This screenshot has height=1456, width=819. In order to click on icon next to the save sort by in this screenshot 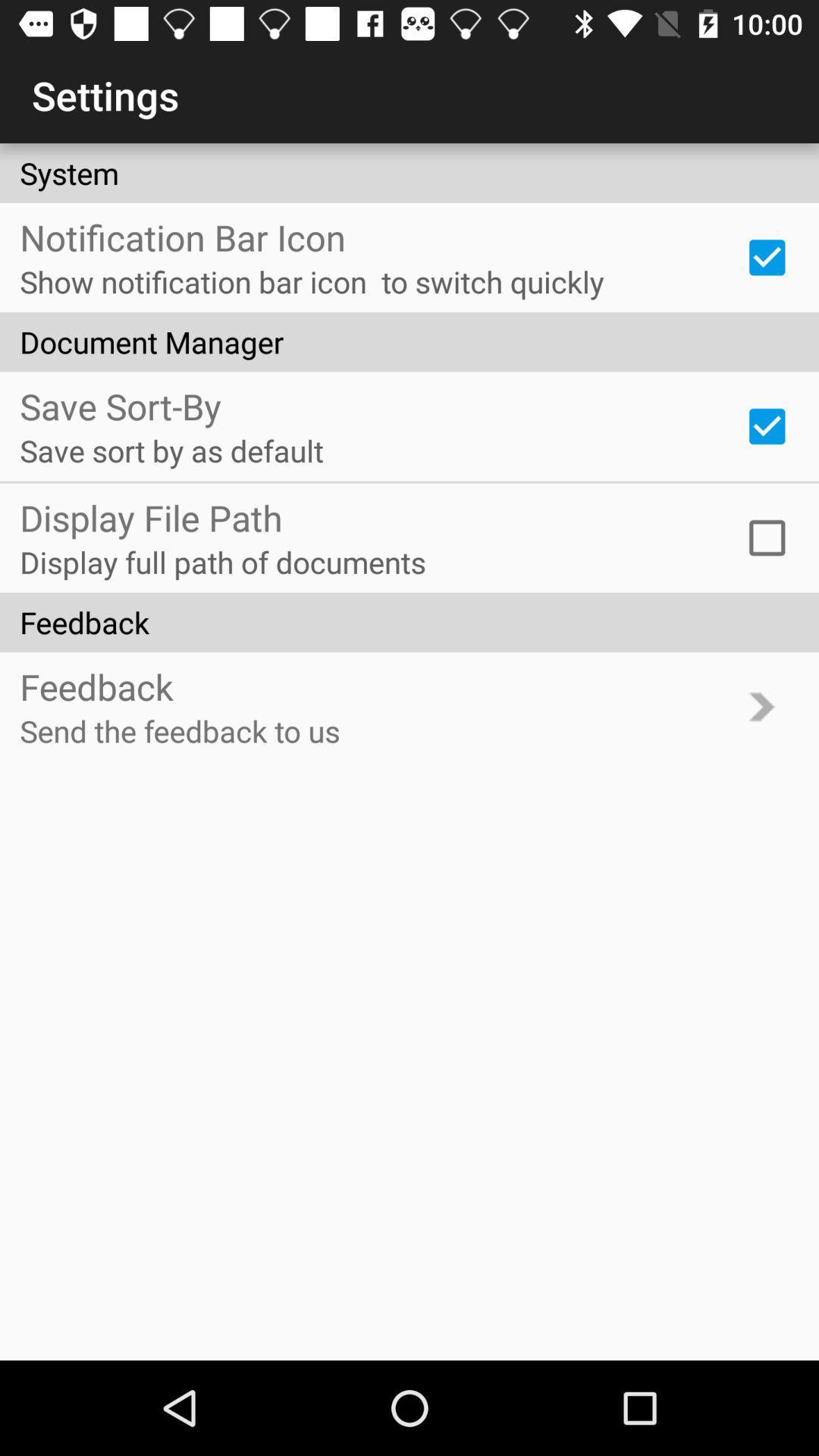, I will do `click(767, 425)`.